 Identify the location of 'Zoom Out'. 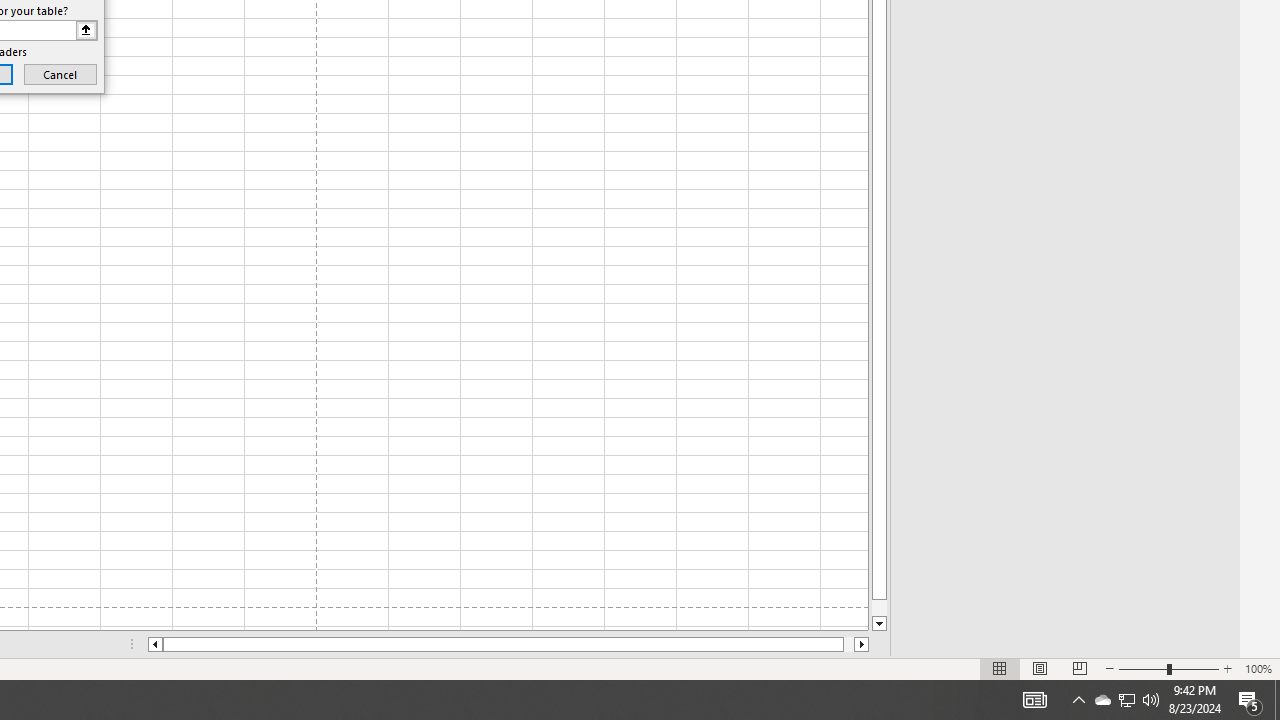
(1143, 669).